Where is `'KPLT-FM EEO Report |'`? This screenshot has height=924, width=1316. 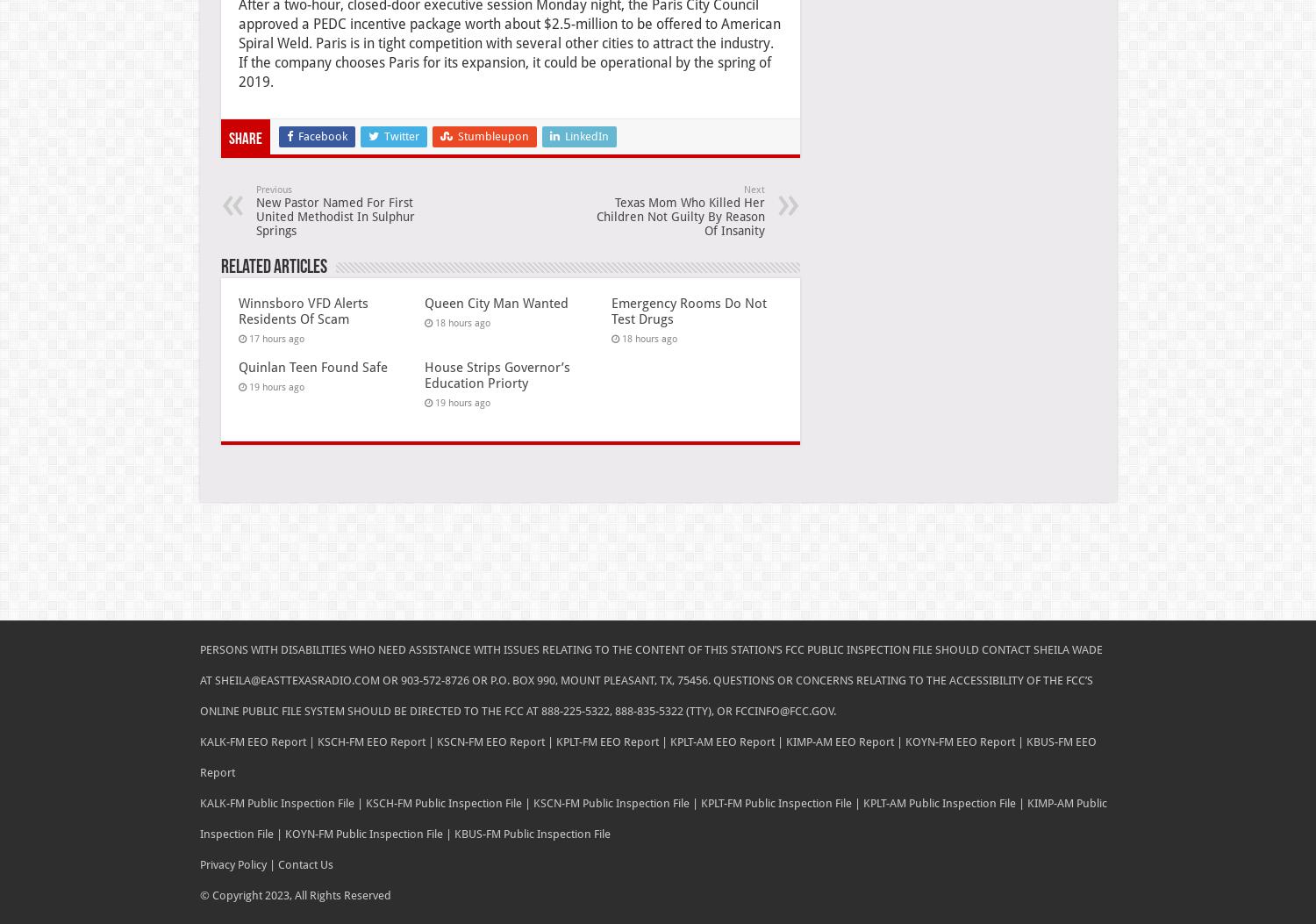
'KPLT-FM EEO Report |' is located at coordinates (610, 740).